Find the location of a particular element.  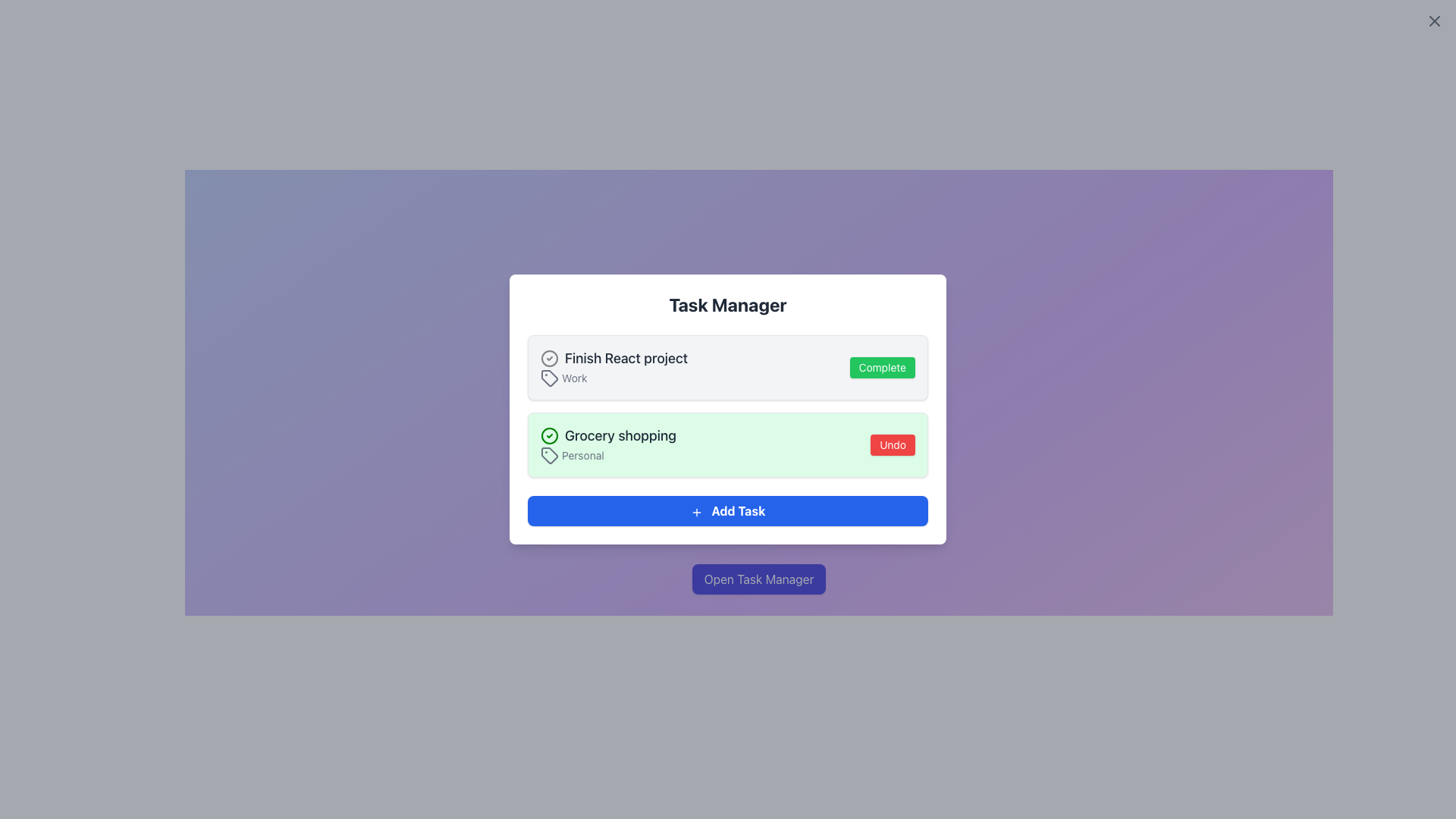

the task entry titled 'Finish React project' is located at coordinates (614, 368).